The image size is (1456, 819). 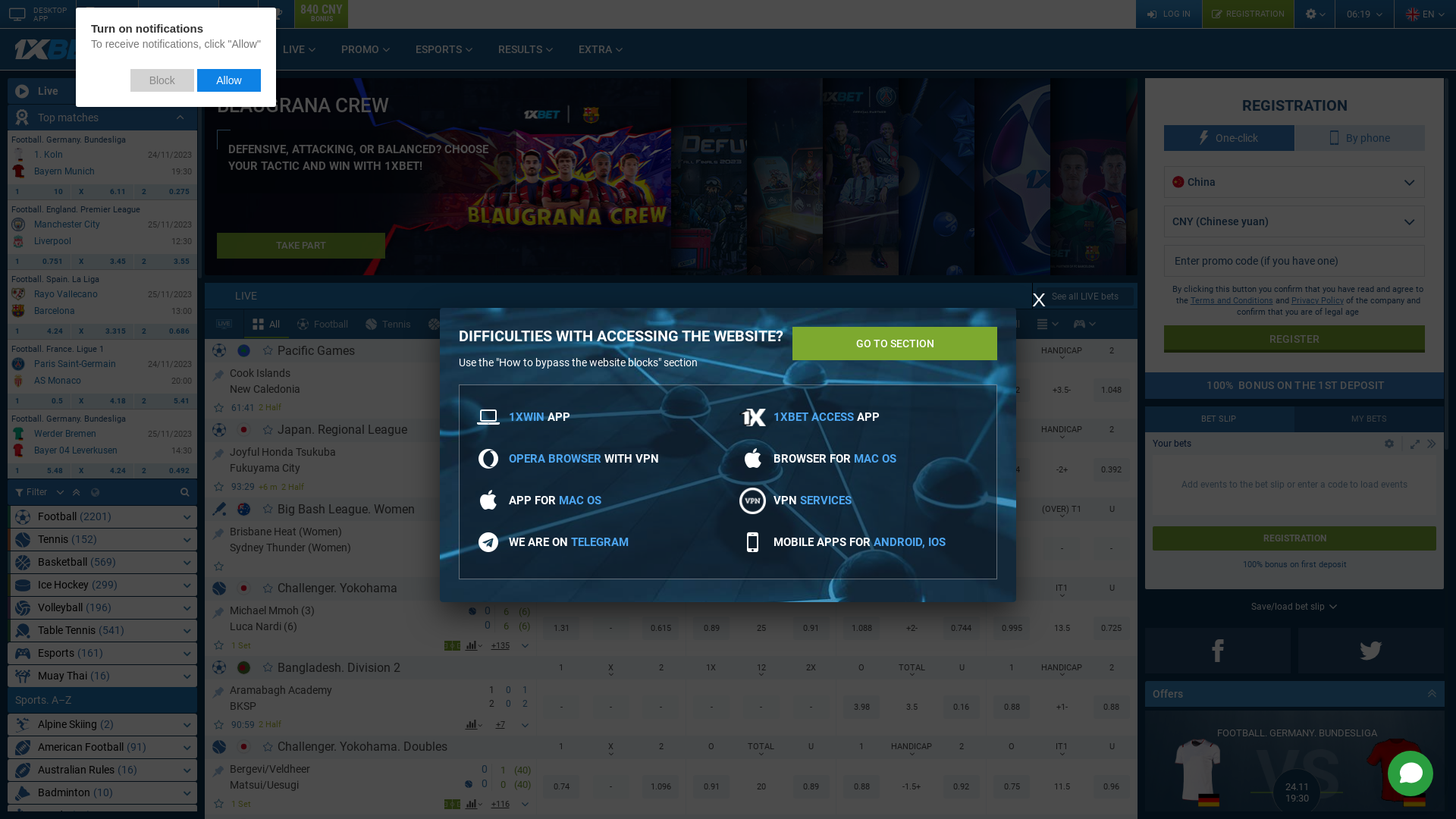 What do you see at coordinates (1360, 137) in the screenshot?
I see `'By phone'` at bounding box center [1360, 137].